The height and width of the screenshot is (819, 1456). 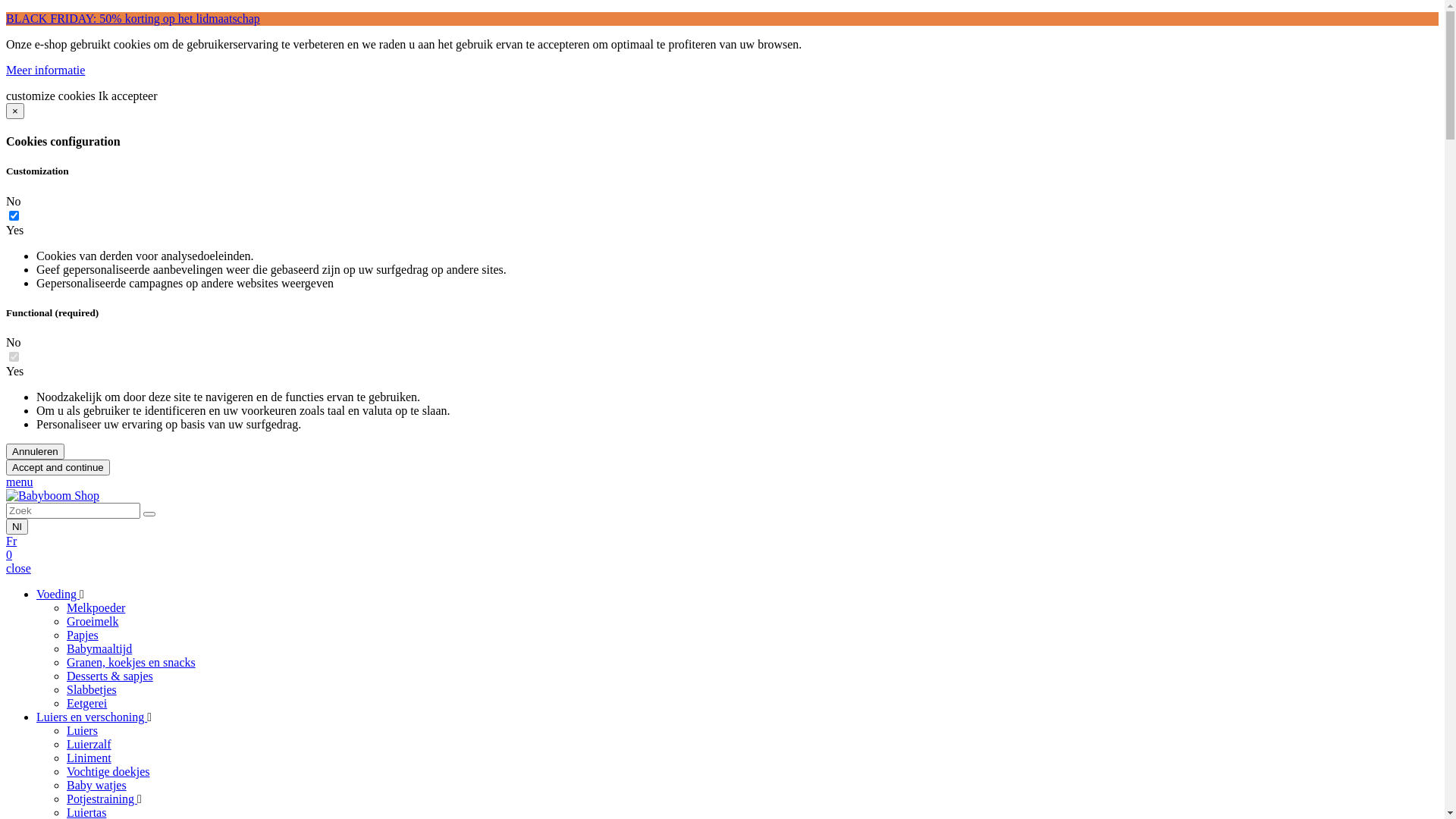 I want to click on 'Babymaaltijd', so click(x=98, y=648).